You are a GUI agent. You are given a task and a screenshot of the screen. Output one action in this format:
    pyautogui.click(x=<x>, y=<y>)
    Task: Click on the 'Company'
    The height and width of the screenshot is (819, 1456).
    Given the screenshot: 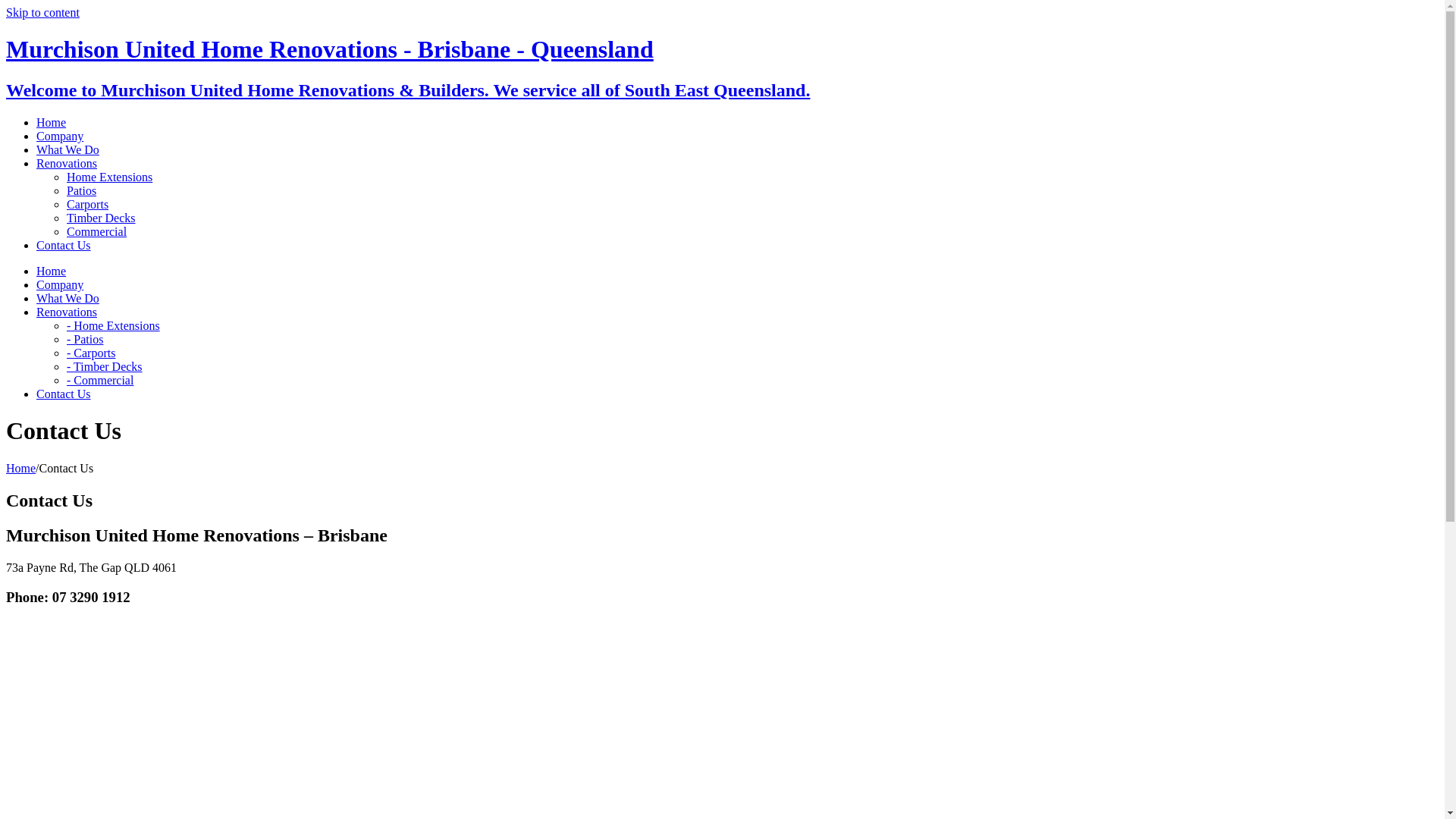 What is the action you would take?
    pyautogui.click(x=36, y=135)
    